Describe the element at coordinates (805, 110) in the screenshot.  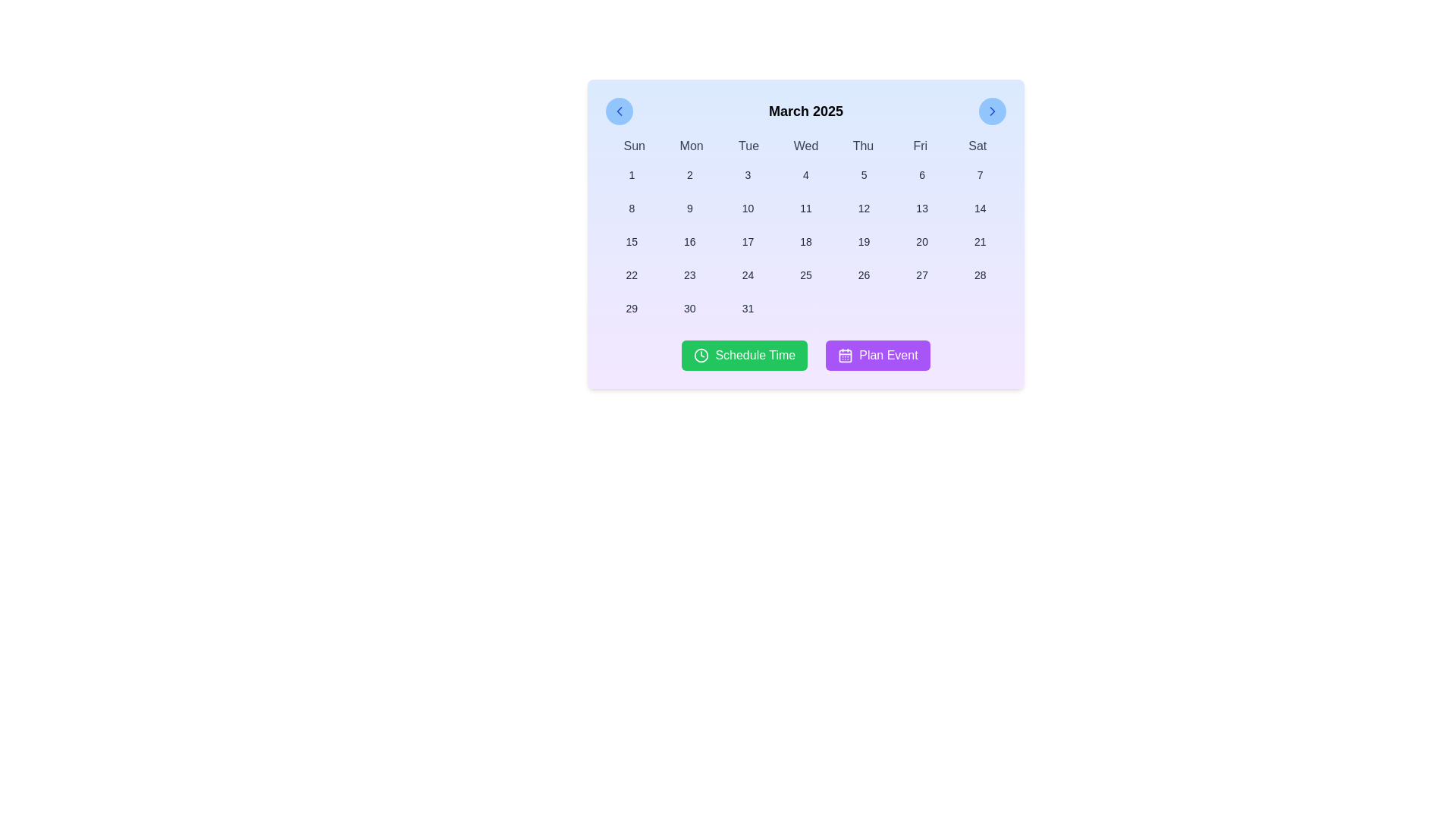
I see `the text label displaying 'March 2025', which is a bold header centered at the top of the calendar interface` at that location.